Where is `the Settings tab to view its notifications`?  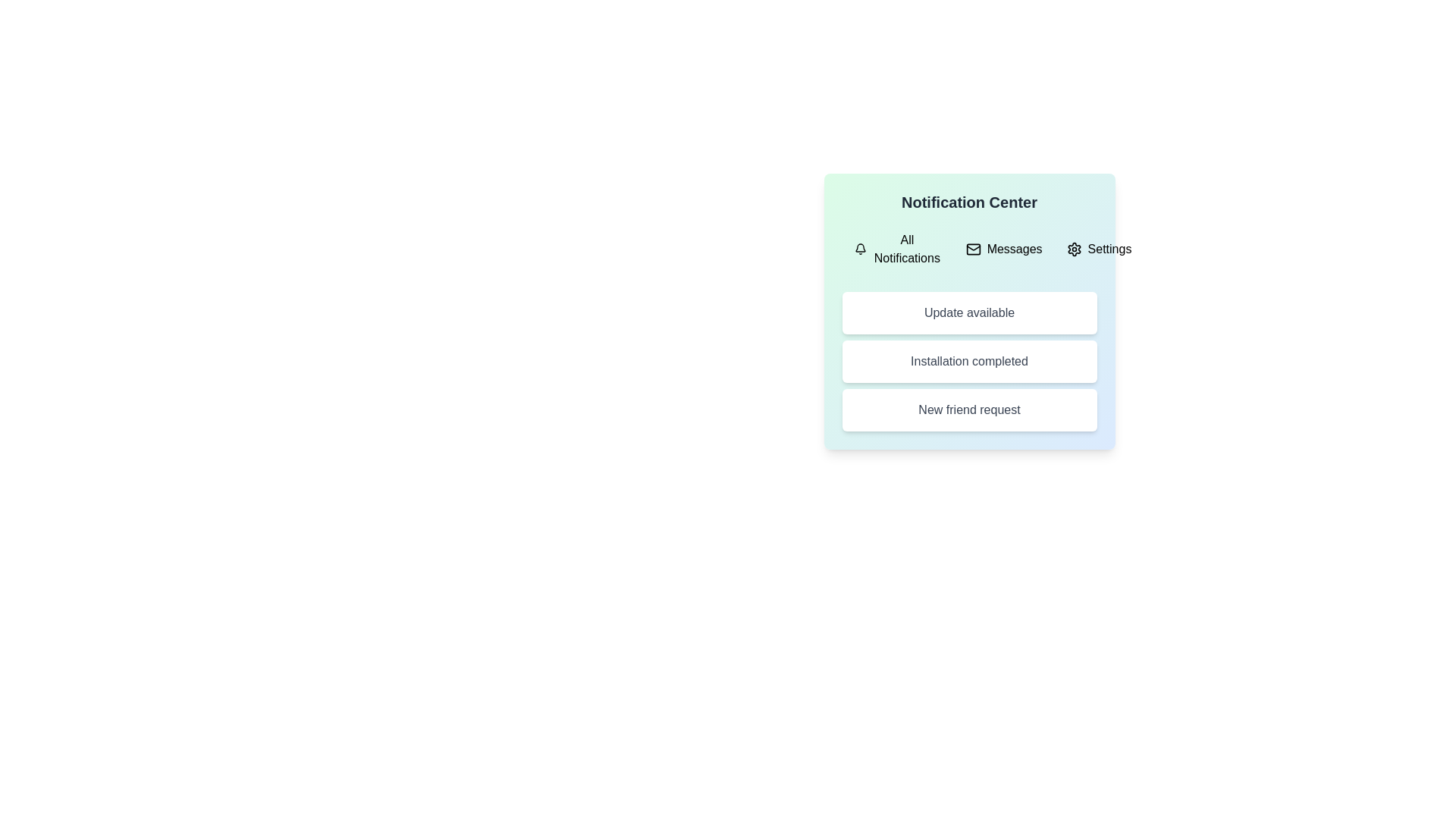 the Settings tab to view its notifications is located at coordinates (1099, 248).